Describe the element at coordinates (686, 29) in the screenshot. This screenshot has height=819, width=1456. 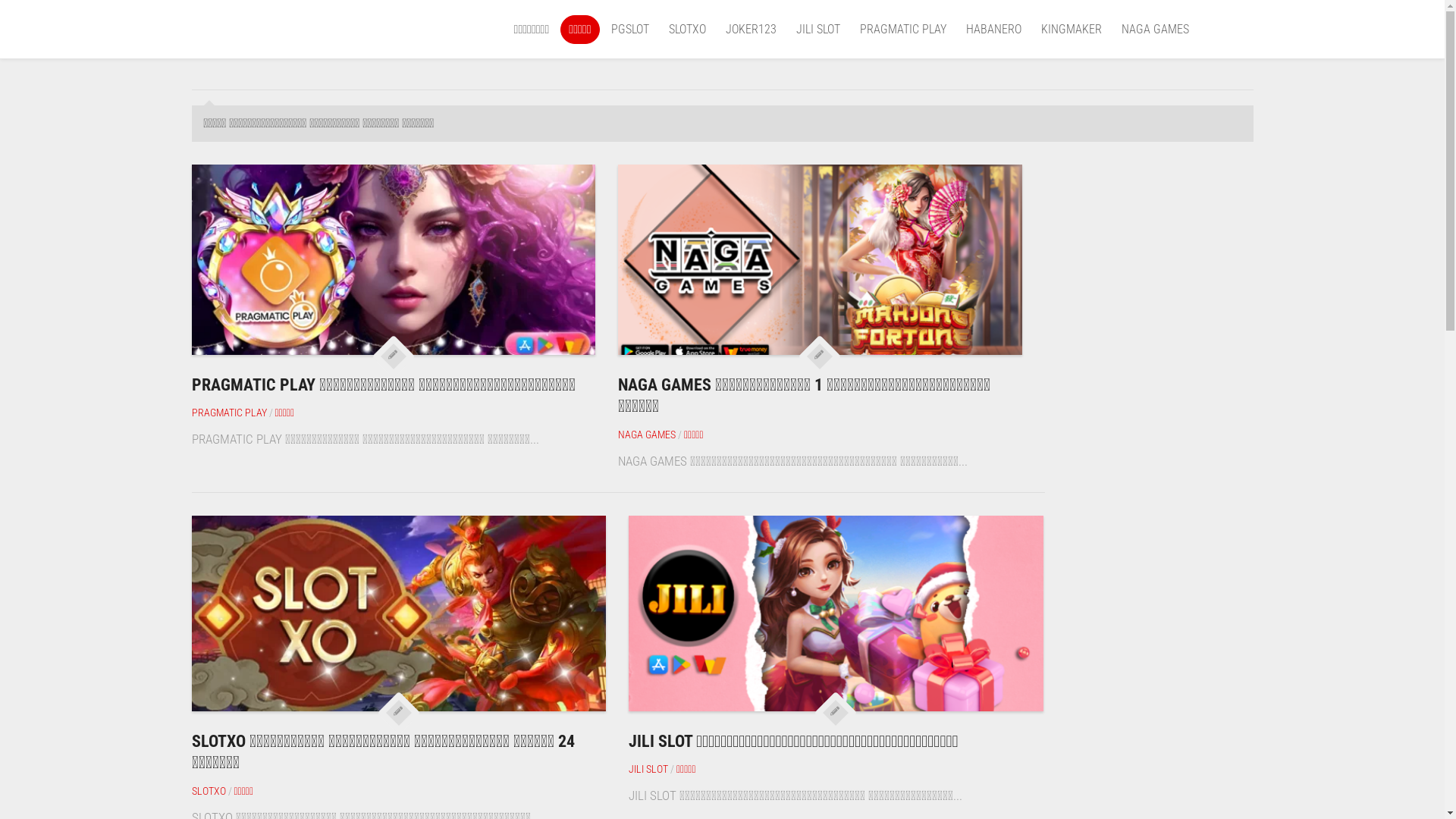
I see `'SLOTXO'` at that location.